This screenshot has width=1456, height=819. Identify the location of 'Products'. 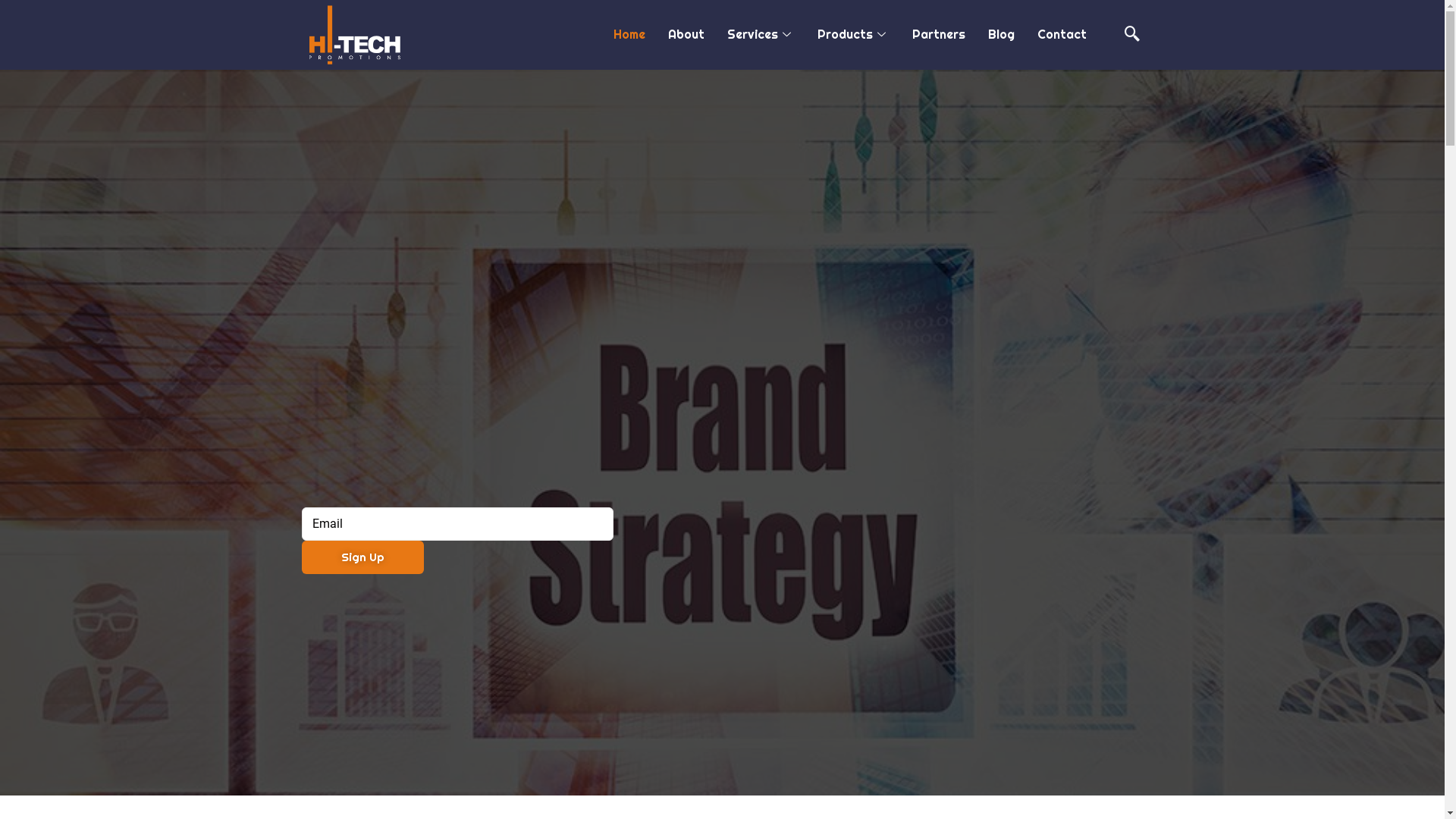
(805, 34).